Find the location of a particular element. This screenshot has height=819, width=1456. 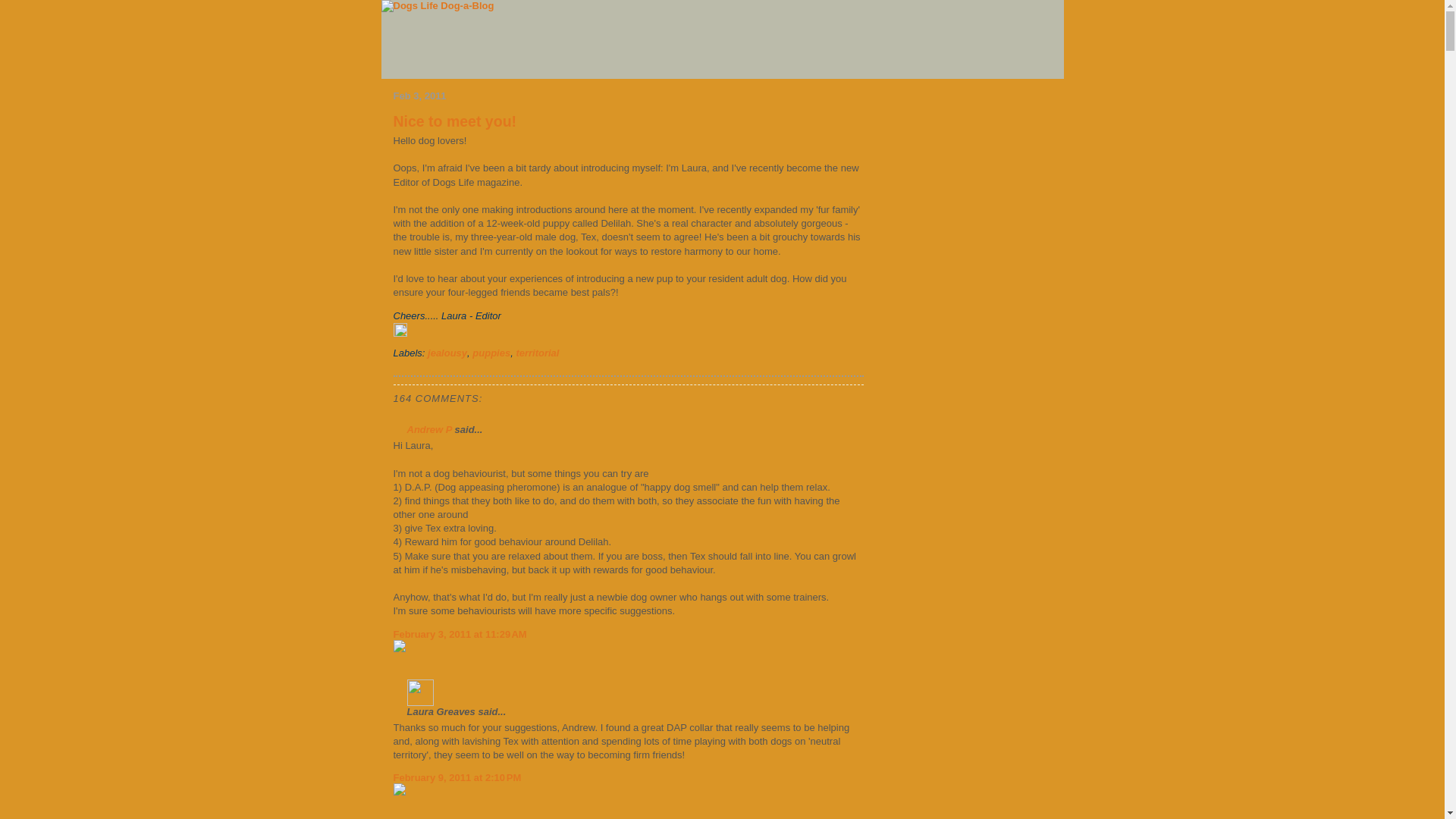

'Andrew P' is located at coordinates (428, 429).